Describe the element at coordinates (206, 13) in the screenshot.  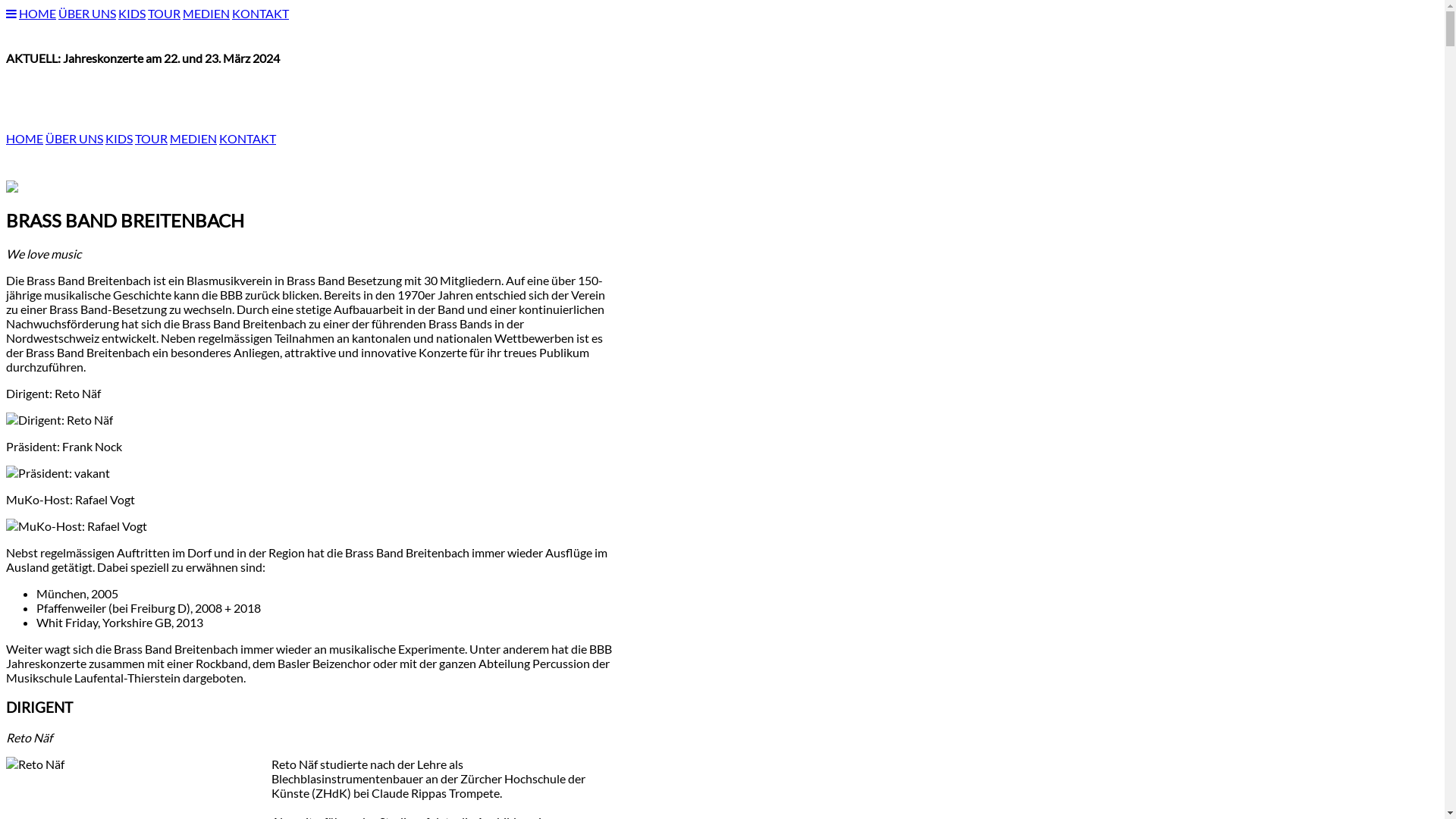
I see `'MEDIEN'` at that location.